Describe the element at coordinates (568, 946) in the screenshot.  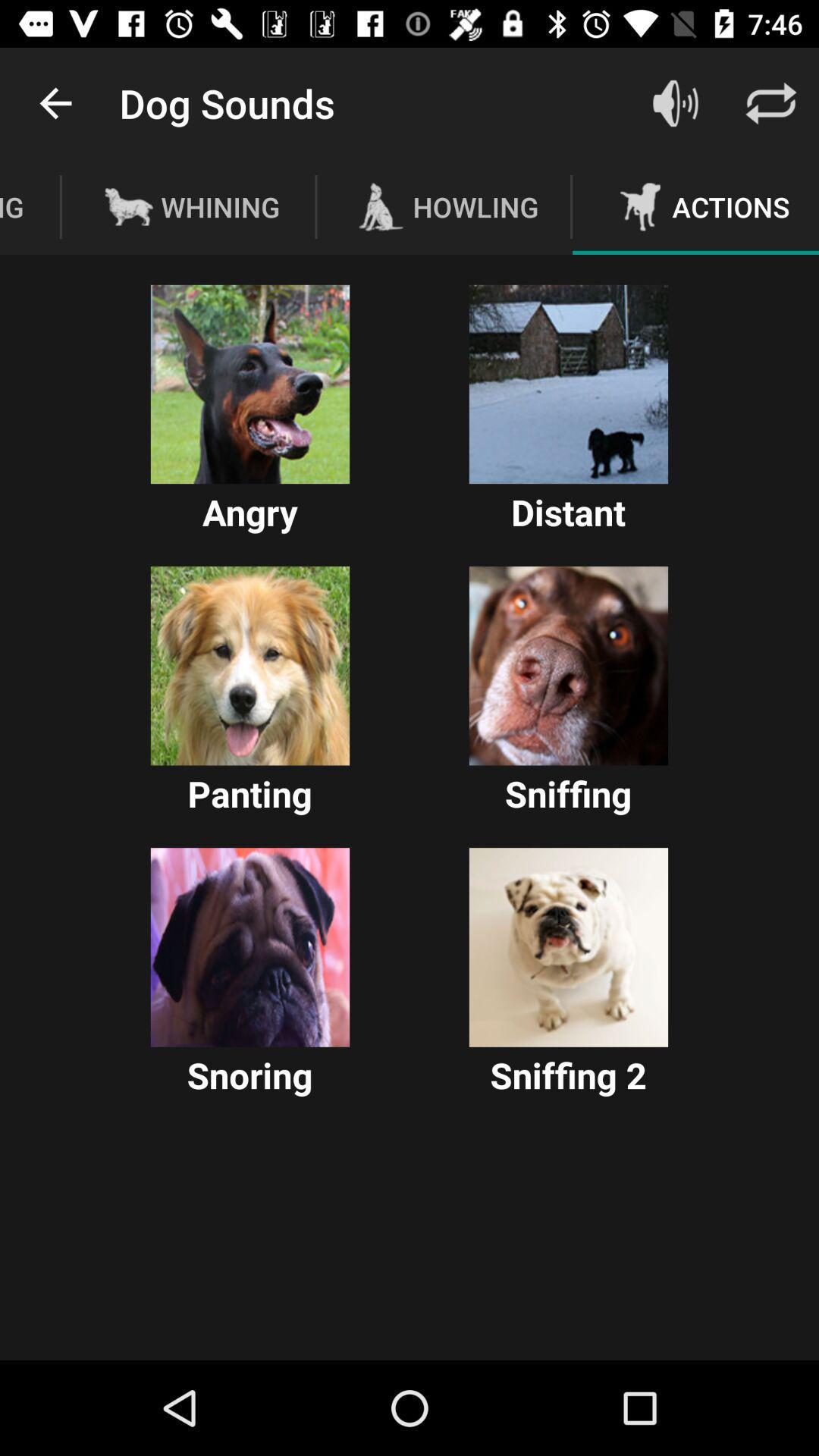
I see `the image above sniffing 2` at that location.